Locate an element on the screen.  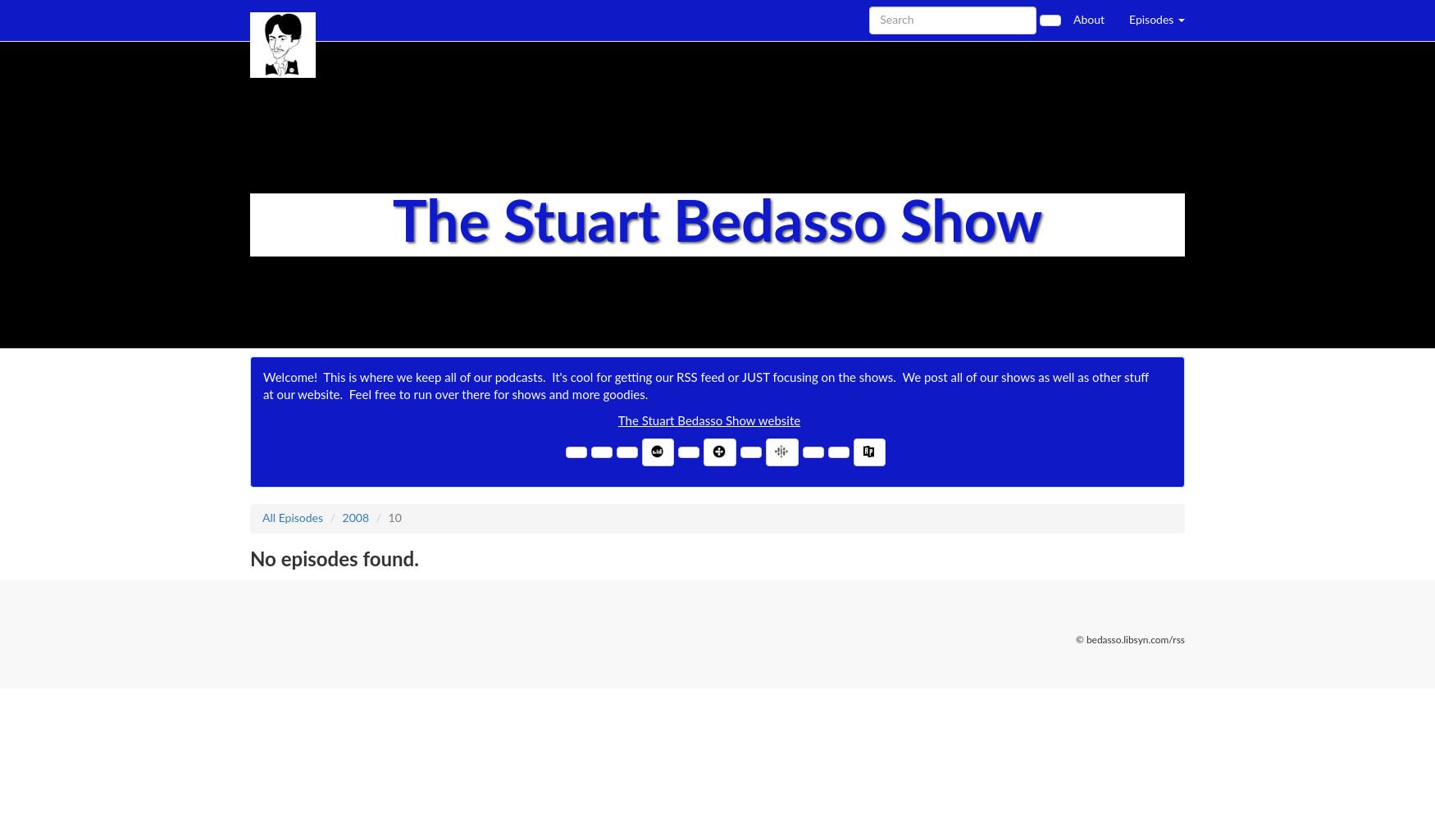
'The Stuart Bedasso Show website' is located at coordinates (708, 420).